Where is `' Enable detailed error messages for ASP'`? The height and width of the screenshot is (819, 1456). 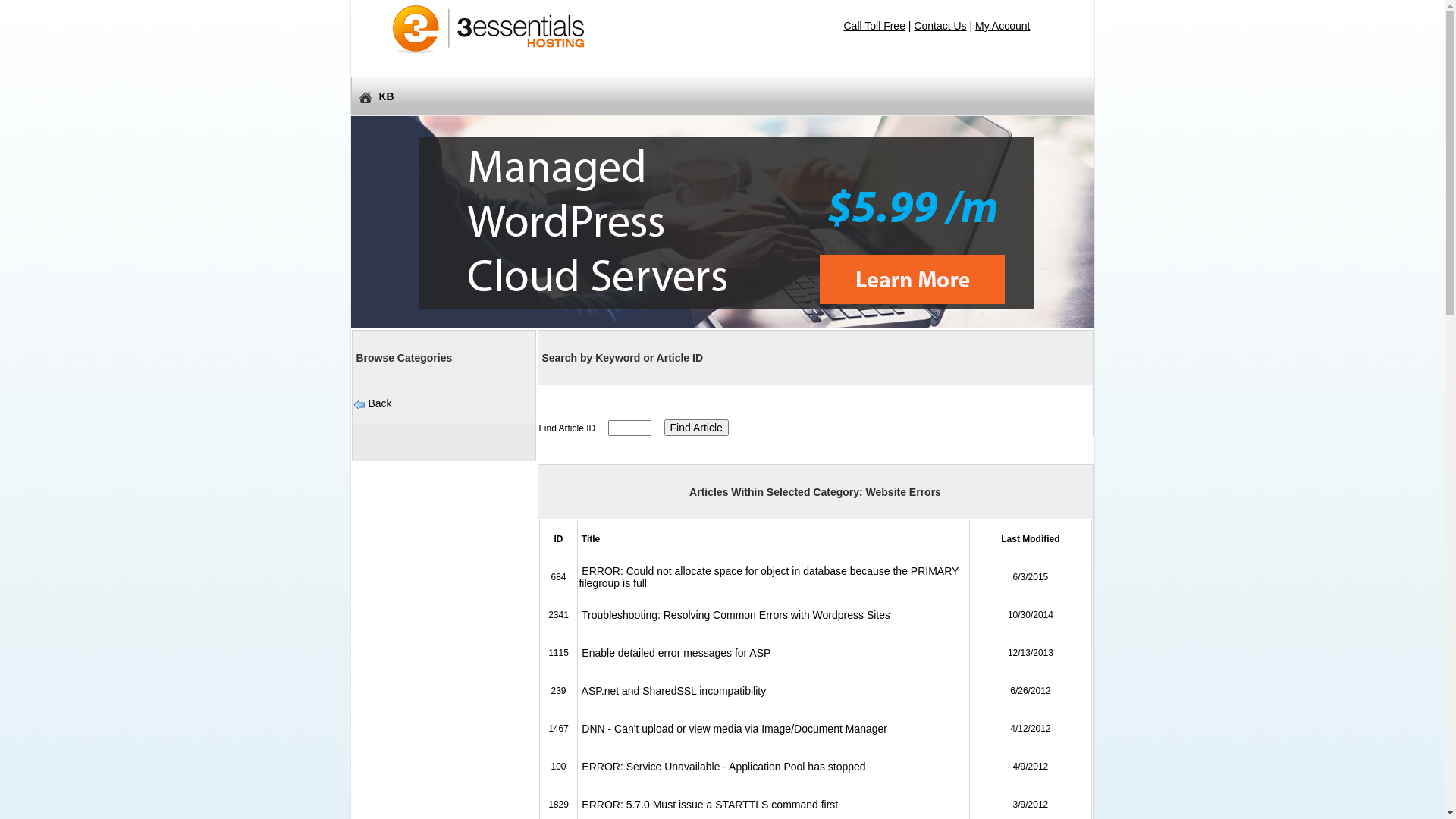
' Enable detailed error messages for ASP' is located at coordinates (673, 651).